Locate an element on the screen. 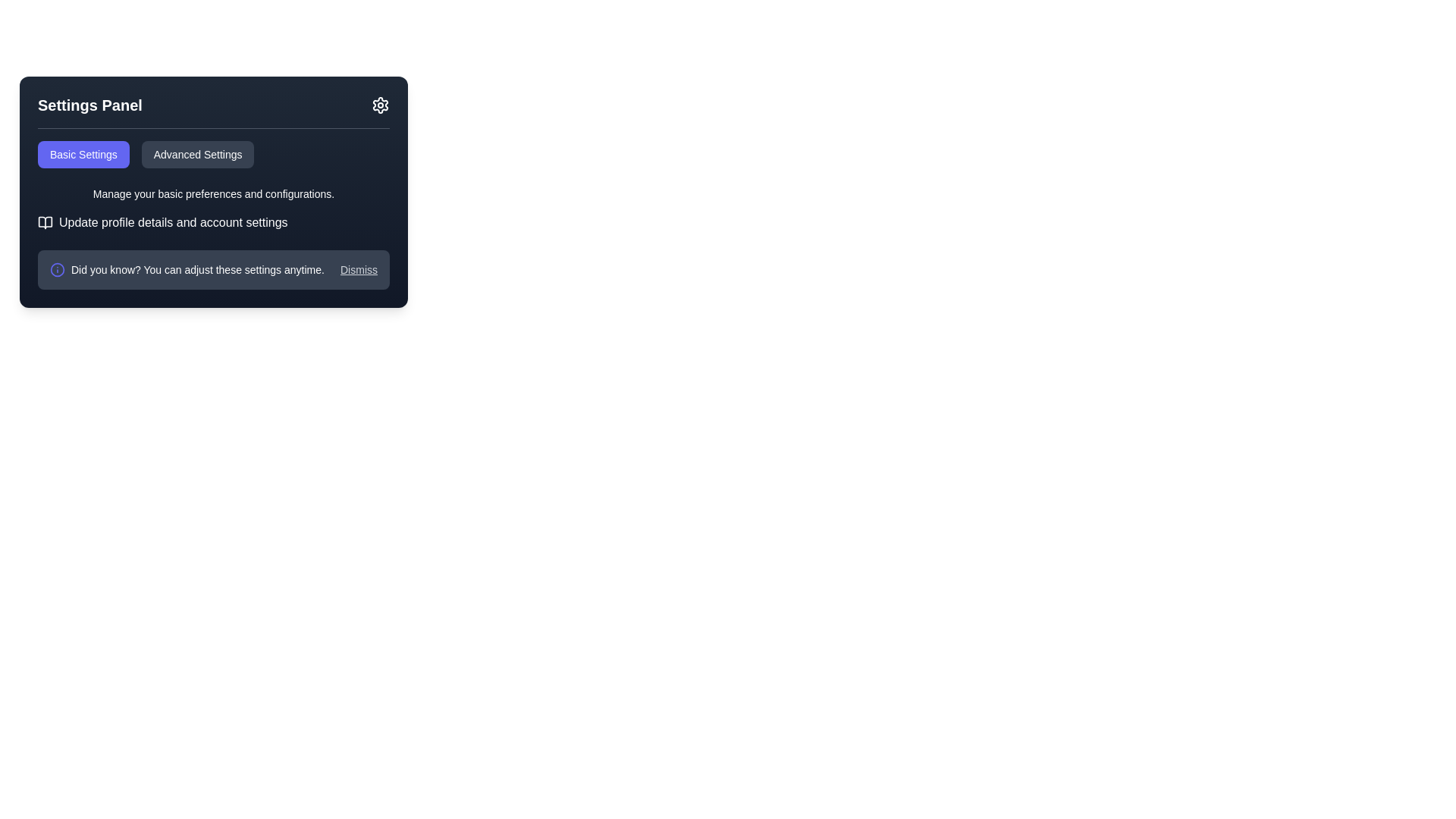  the 'Dismiss' link is located at coordinates (358, 268).